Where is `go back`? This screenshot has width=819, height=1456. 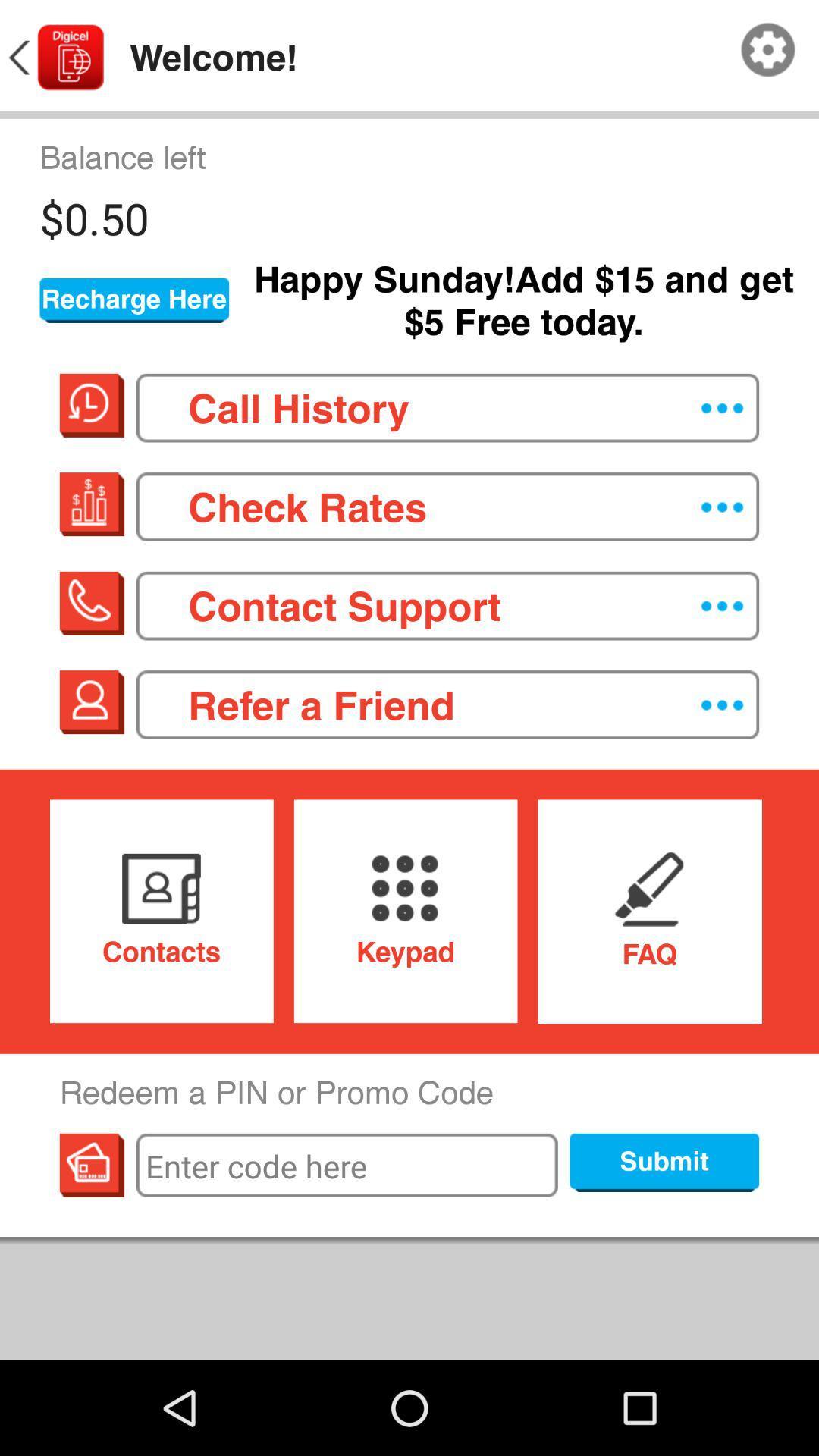
go back is located at coordinates (54, 58).